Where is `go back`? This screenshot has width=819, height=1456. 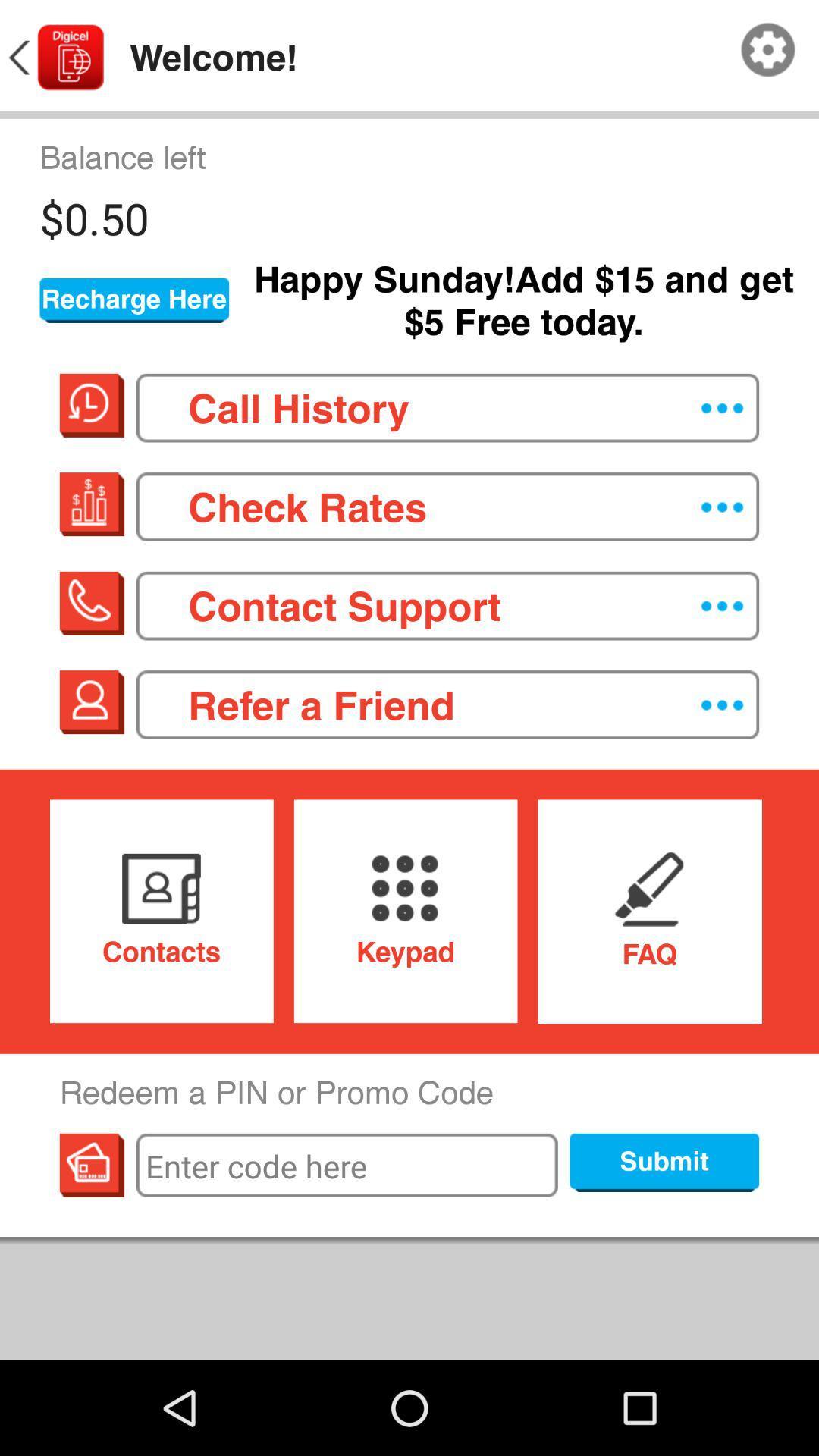
go back is located at coordinates (54, 58).